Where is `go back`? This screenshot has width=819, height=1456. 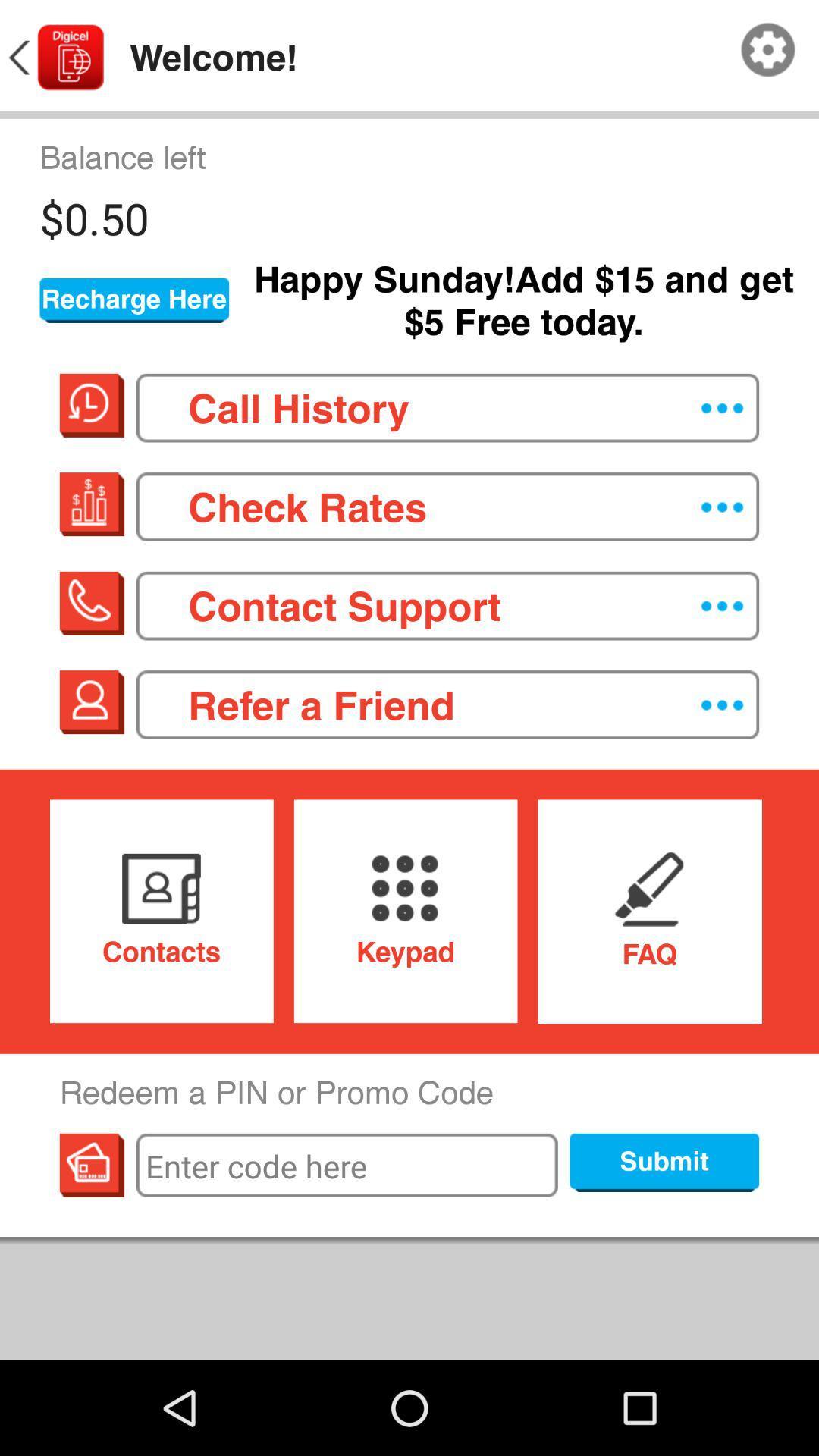
go back is located at coordinates (54, 58).